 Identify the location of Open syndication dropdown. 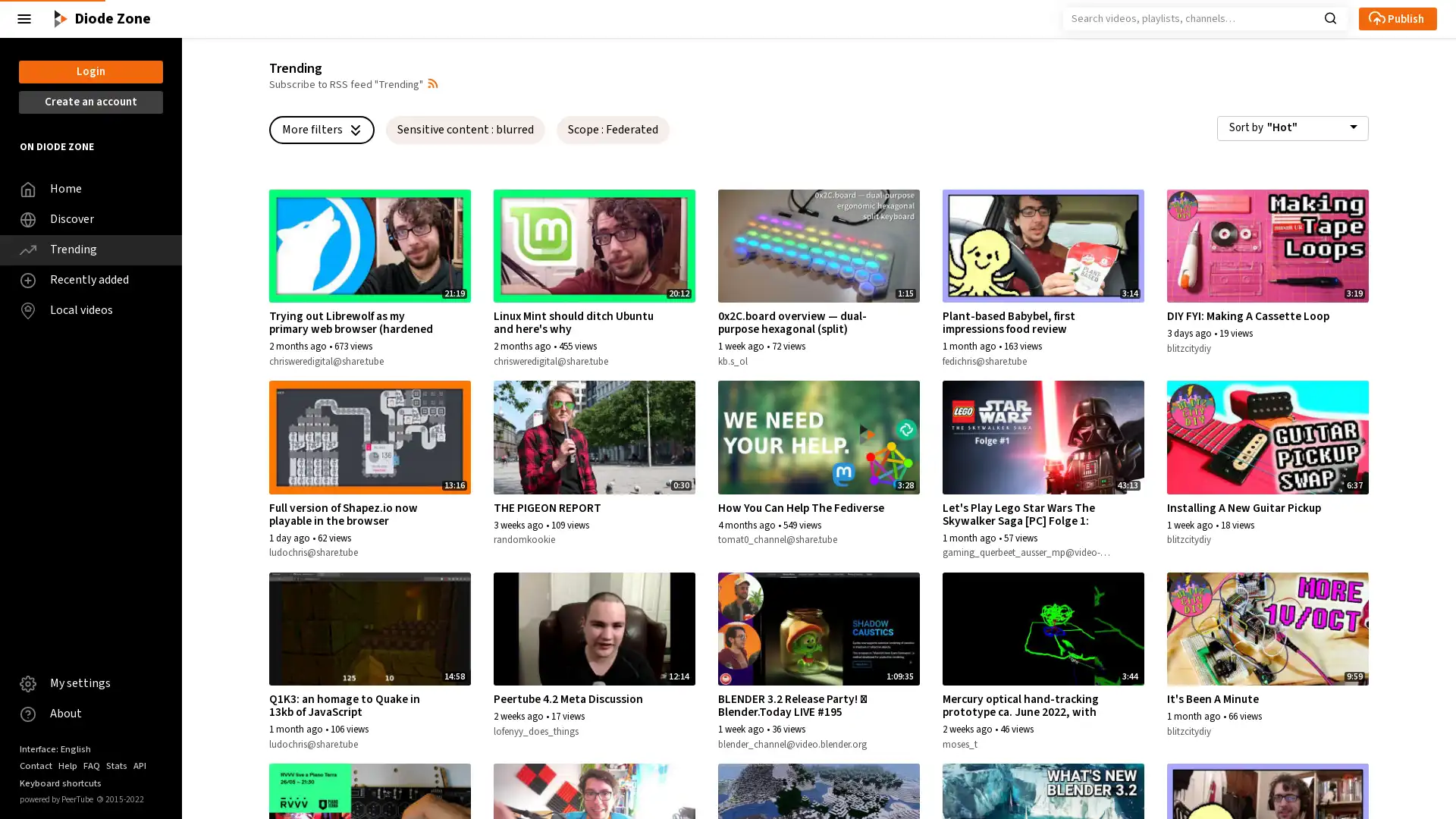
(432, 82).